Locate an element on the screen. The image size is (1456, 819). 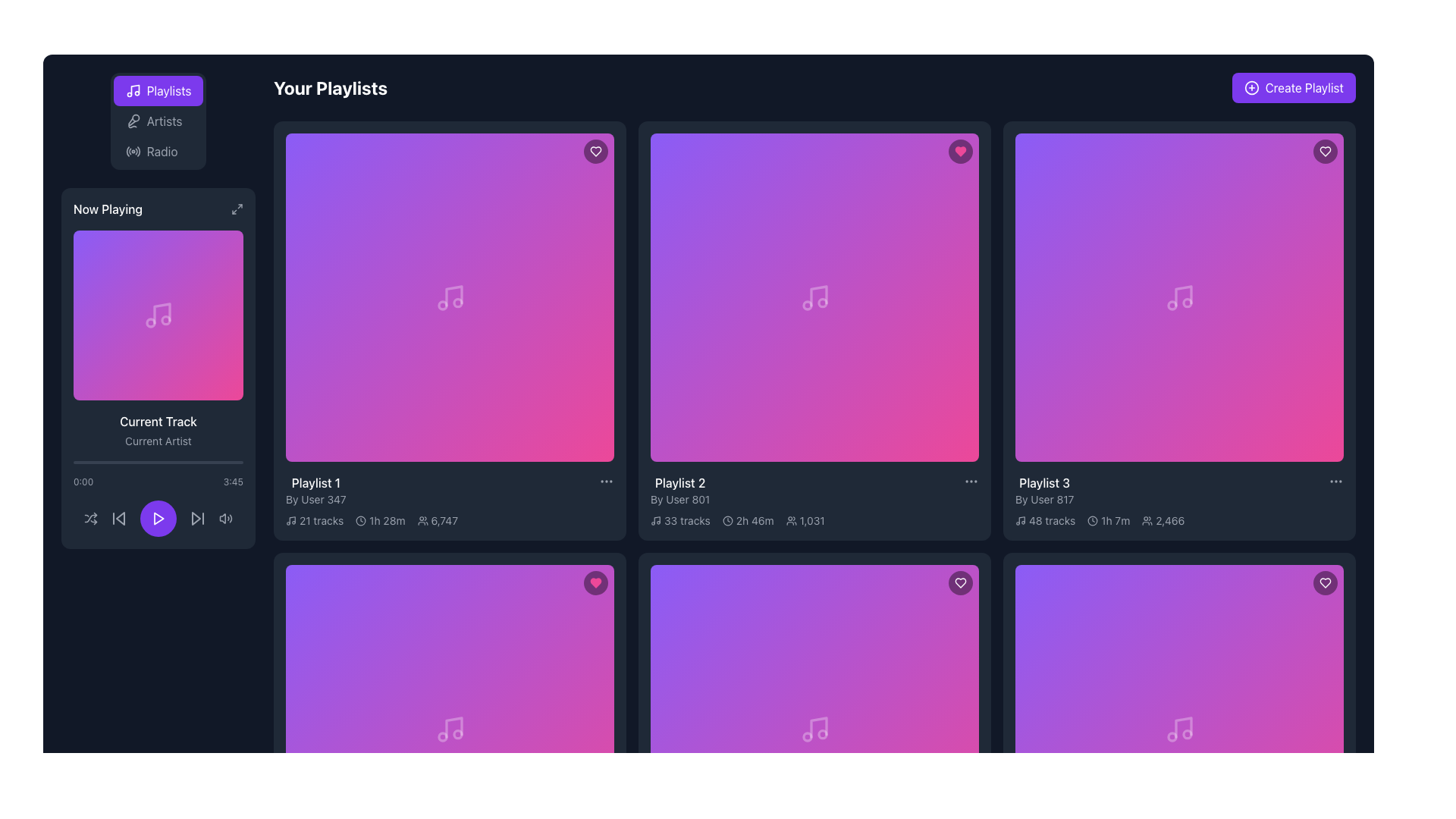
the clock icon representing the playlist duration for 'Playlist 1', located in the metadata row below the playlist title, next to the '1h 28m' text is located at coordinates (360, 519).